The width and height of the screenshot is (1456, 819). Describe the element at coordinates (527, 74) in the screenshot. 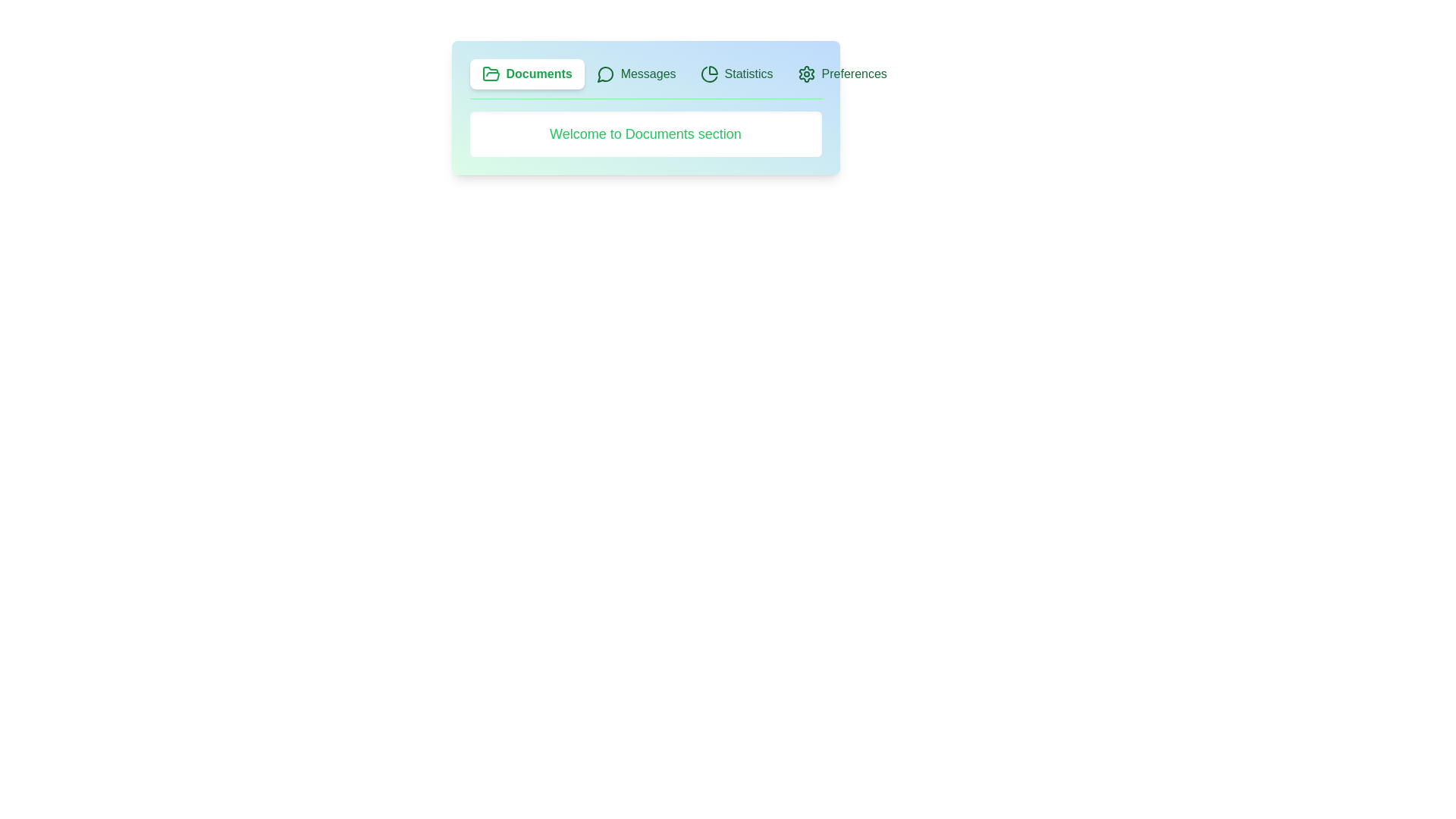

I see `the Documents tab by clicking on it` at that location.